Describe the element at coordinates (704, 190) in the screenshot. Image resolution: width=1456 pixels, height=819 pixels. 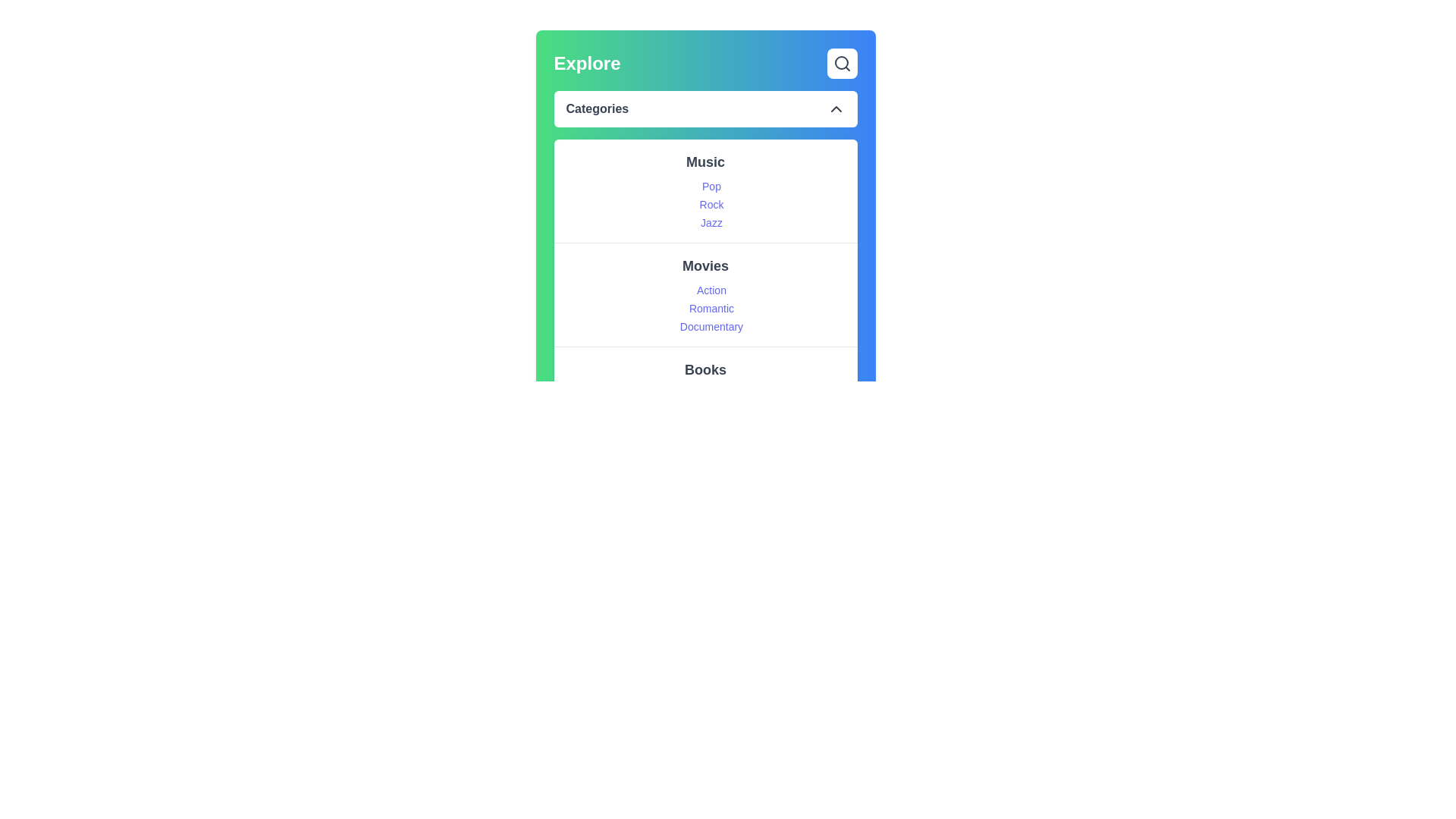
I see `keyboard navigation` at that location.